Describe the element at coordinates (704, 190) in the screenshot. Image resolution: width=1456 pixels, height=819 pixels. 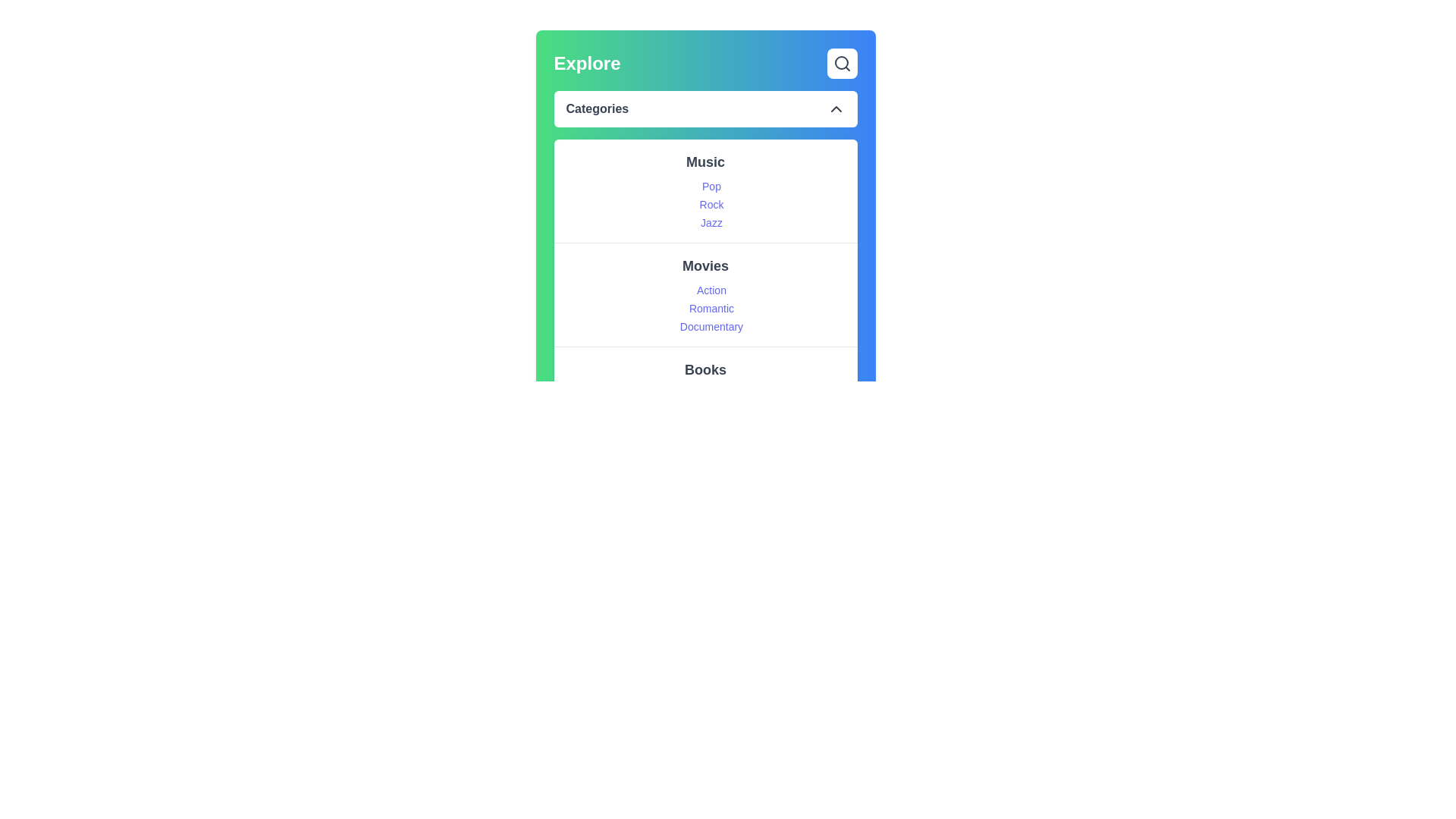
I see `keyboard navigation` at that location.